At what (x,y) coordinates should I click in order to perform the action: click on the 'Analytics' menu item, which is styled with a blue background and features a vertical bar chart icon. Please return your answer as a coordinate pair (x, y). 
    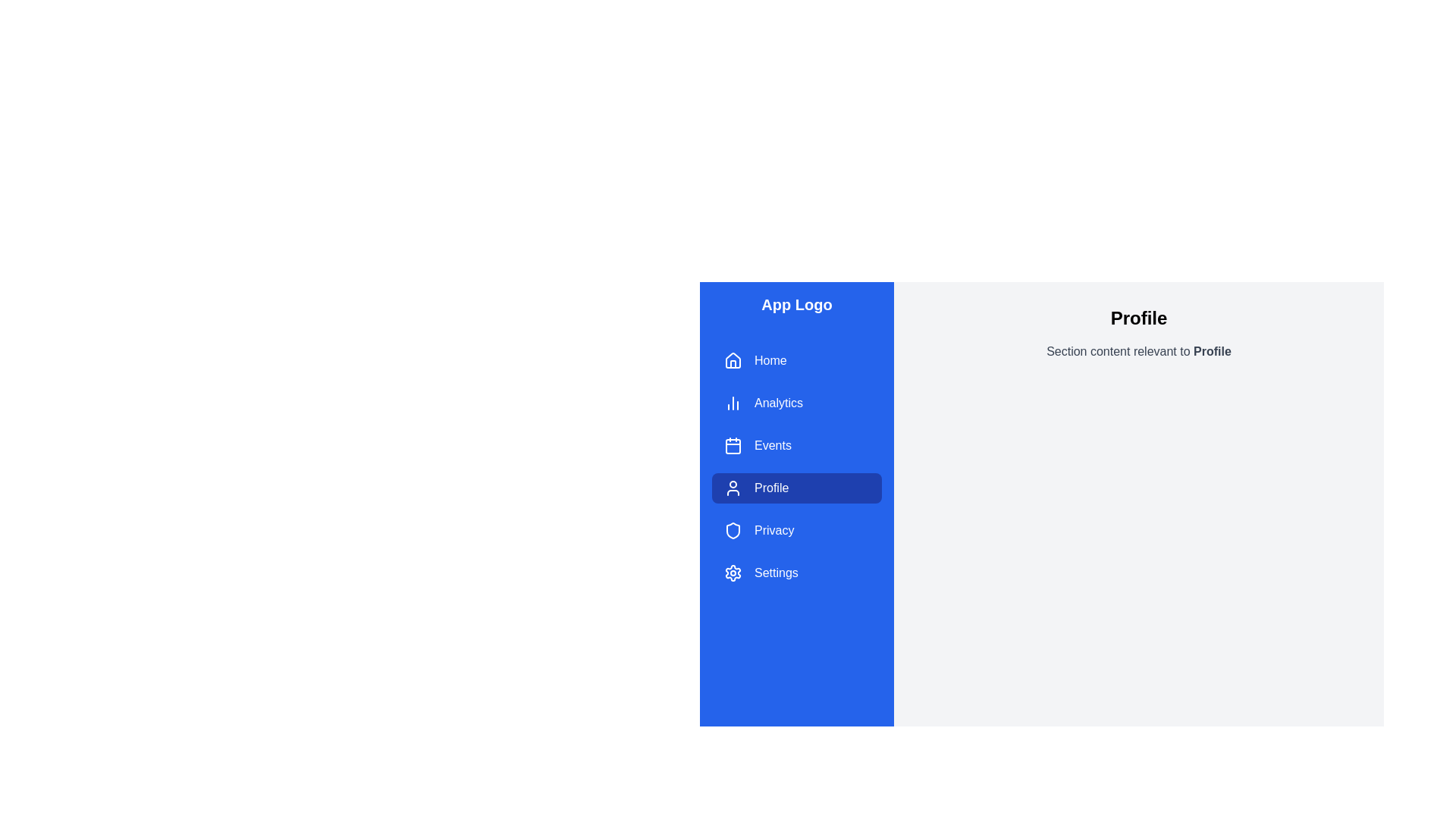
    Looking at the image, I should click on (796, 403).